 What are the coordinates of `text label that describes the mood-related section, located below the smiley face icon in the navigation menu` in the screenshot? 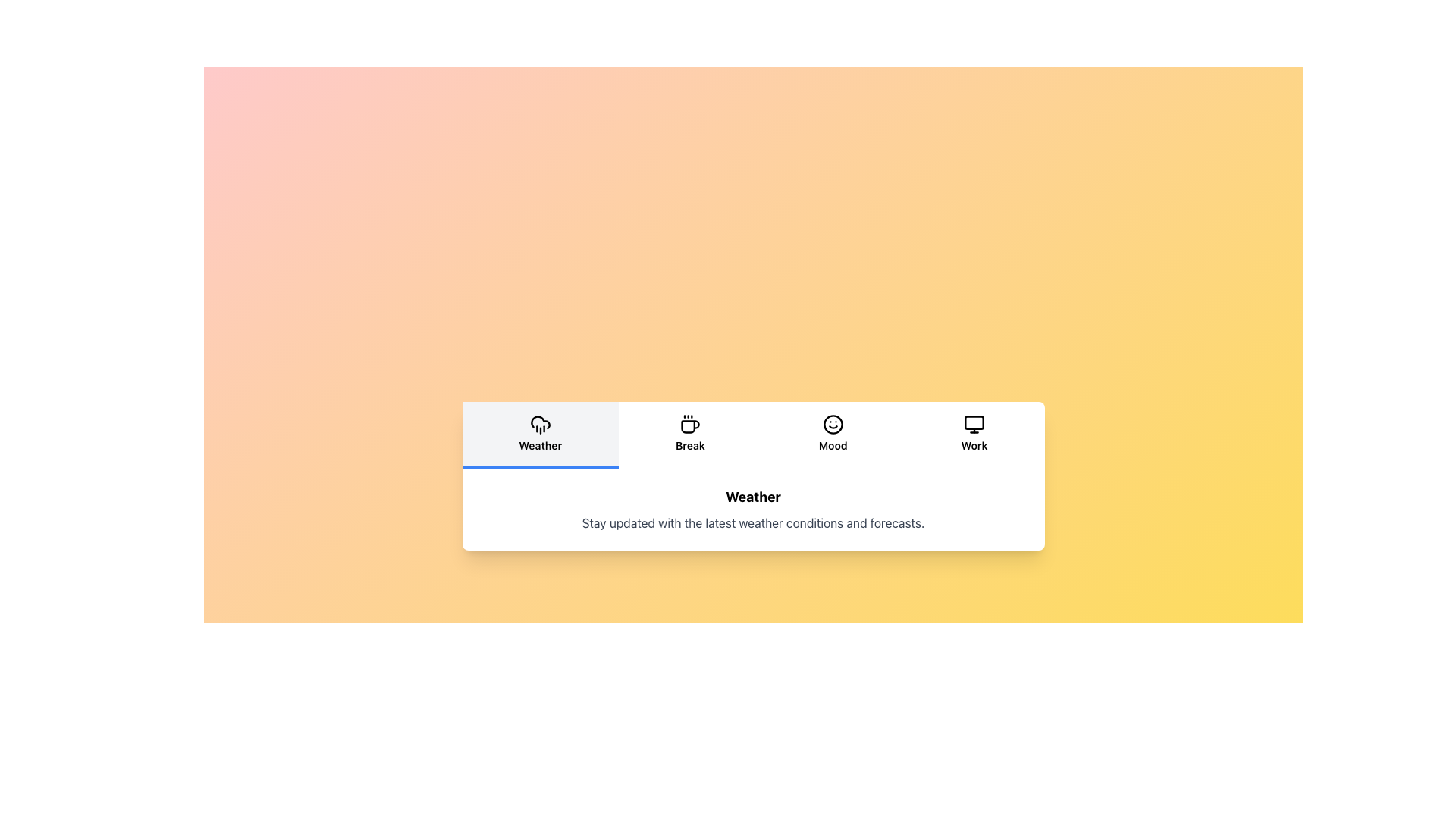 It's located at (832, 444).